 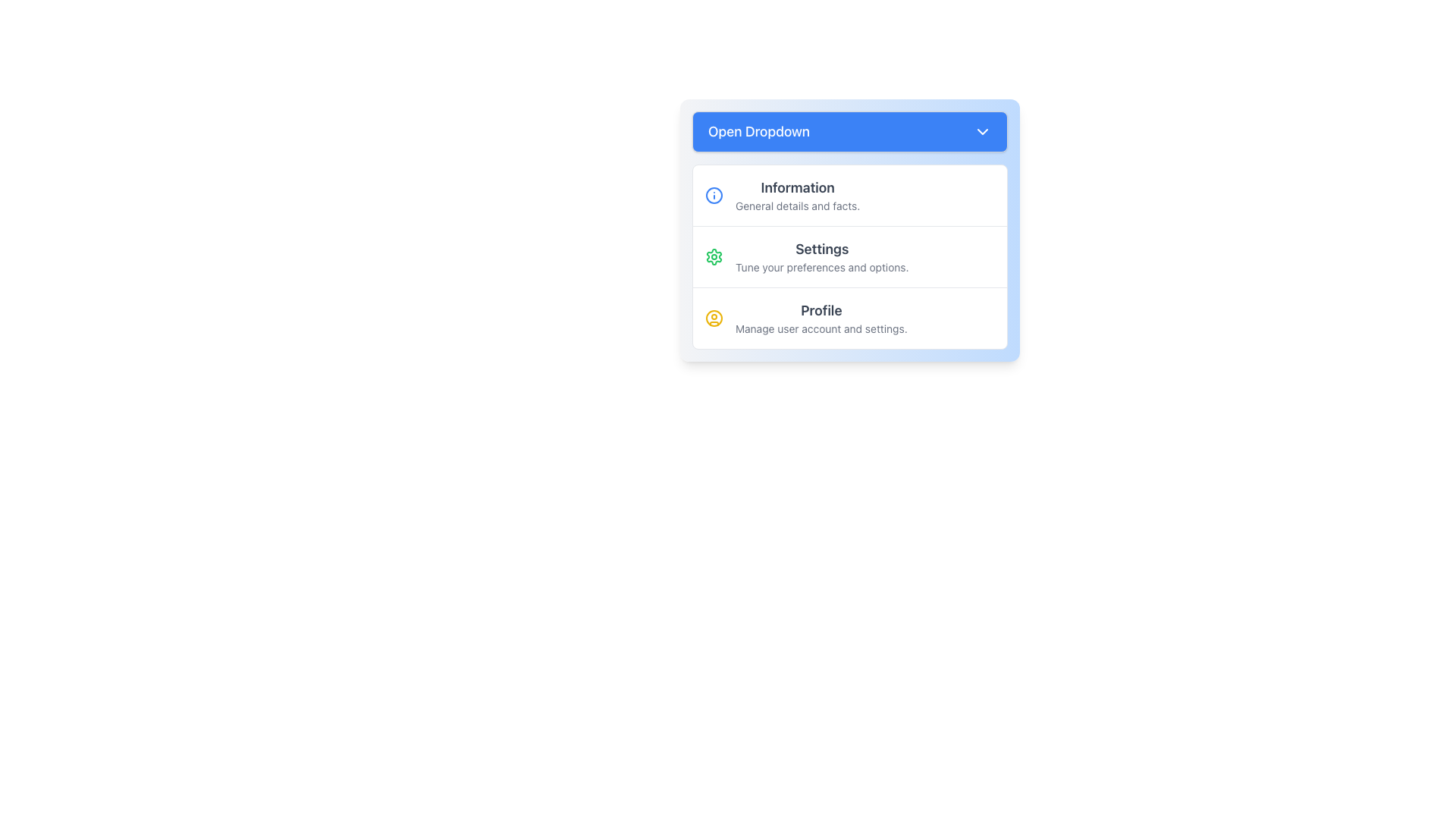 What do you see at coordinates (797, 206) in the screenshot?
I see `the text label reading 'General details and facts.' which is located directly below the 'Information' header in the dropdown interface` at bounding box center [797, 206].